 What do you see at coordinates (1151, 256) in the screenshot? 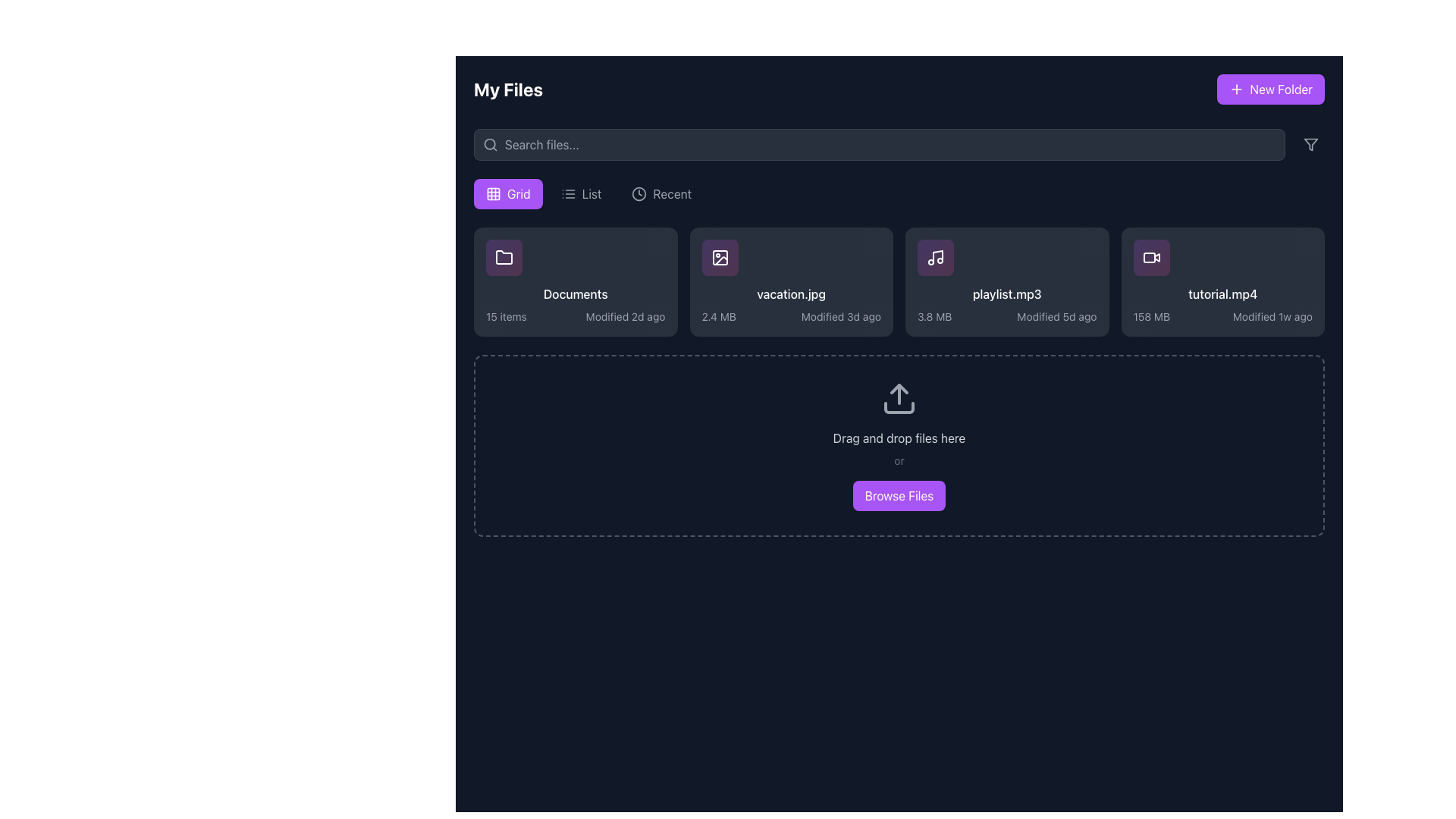
I see `the video file indicator icon located in the fourth item of the top-right grid layout` at bounding box center [1151, 256].